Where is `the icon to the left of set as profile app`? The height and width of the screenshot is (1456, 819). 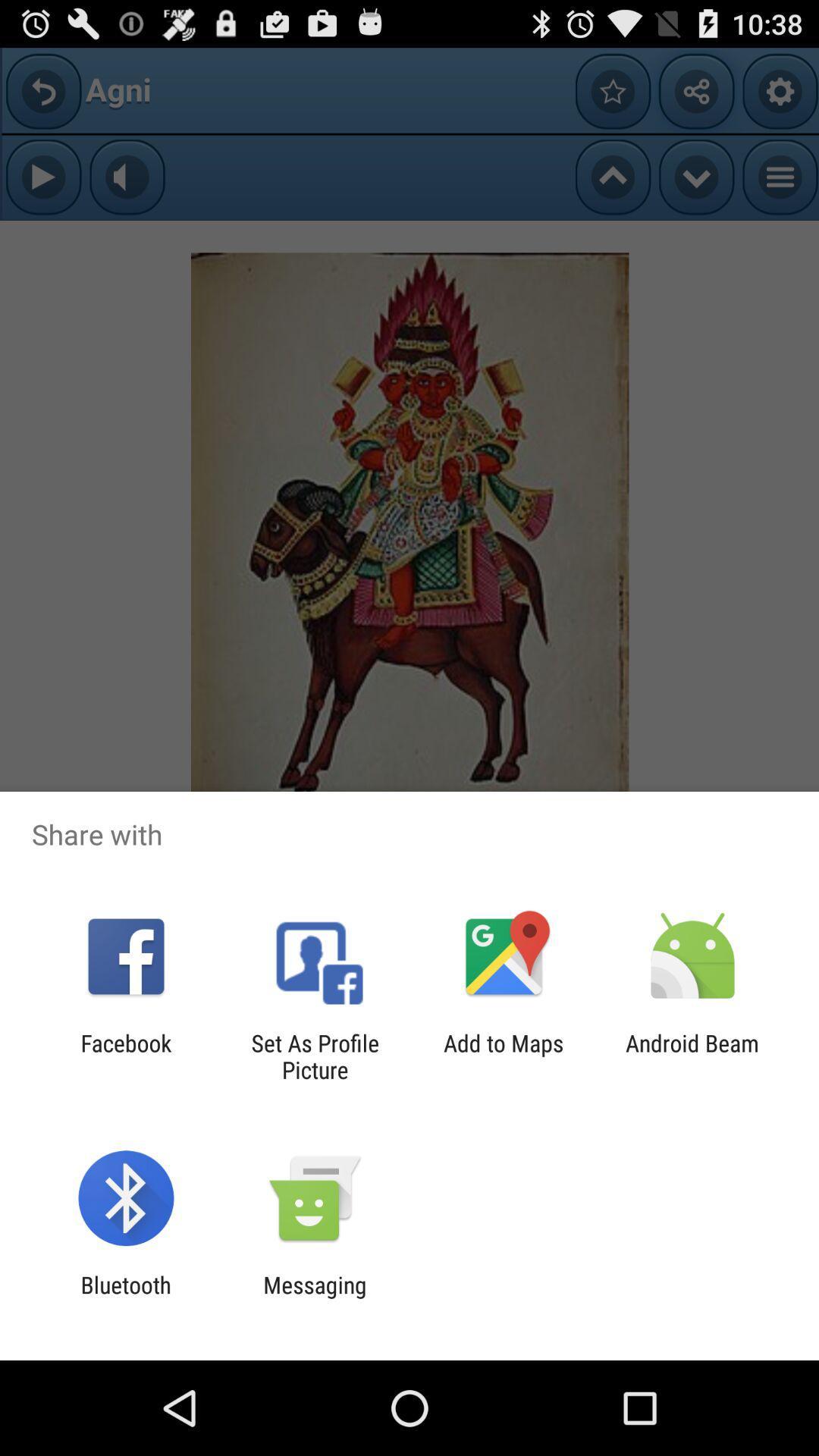
the icon to the left of set as profile app is located at coordinates (125, 1056).